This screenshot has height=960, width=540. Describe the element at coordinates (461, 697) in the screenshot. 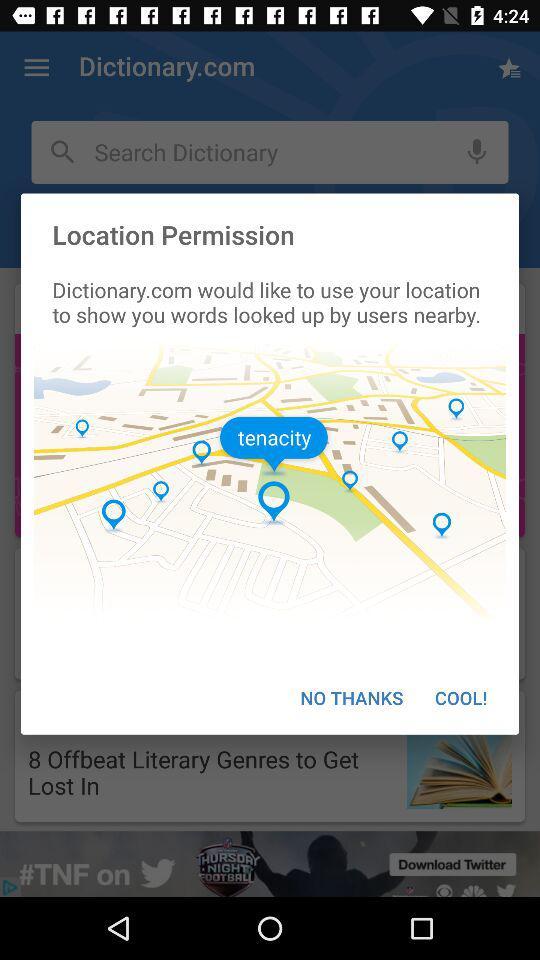

I see `cool! item` at that location.